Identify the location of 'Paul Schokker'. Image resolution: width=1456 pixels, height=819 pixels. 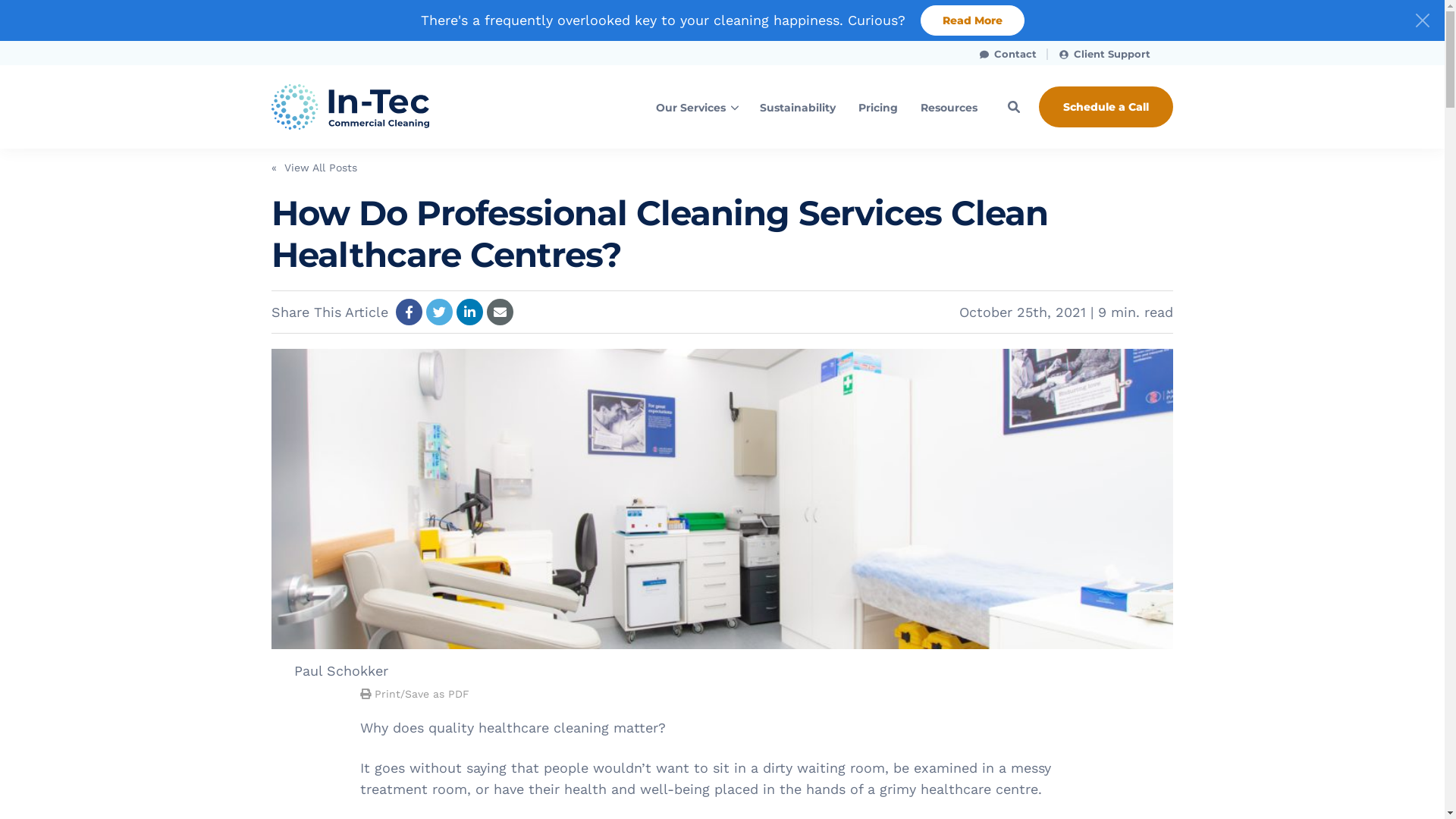
(340, 670).